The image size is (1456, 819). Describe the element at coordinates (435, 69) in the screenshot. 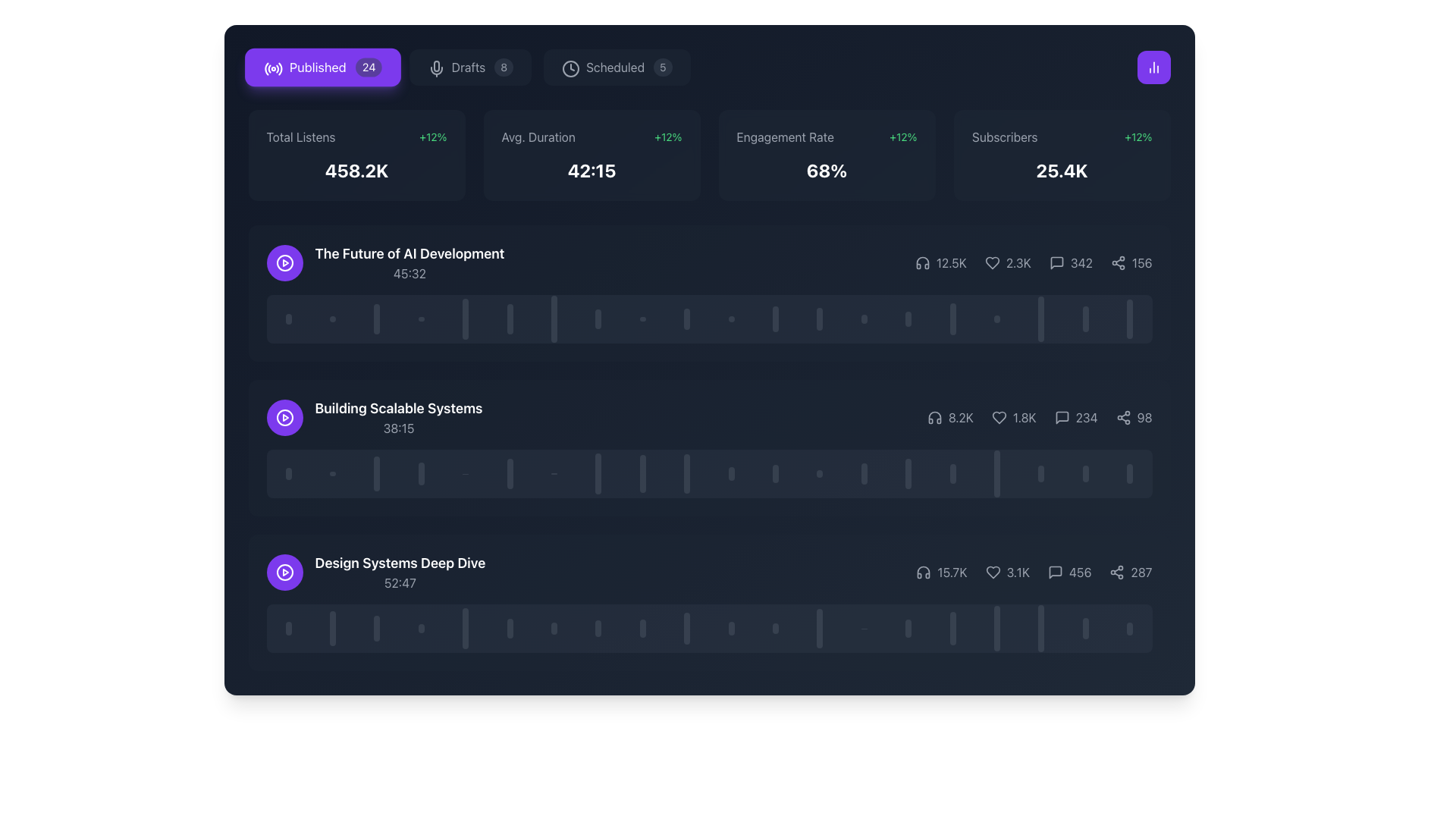

I see `the microphone icon located in the navigation section at the top of the interface, specifically the second navigation button from the left after the 'Published' button` at that location.